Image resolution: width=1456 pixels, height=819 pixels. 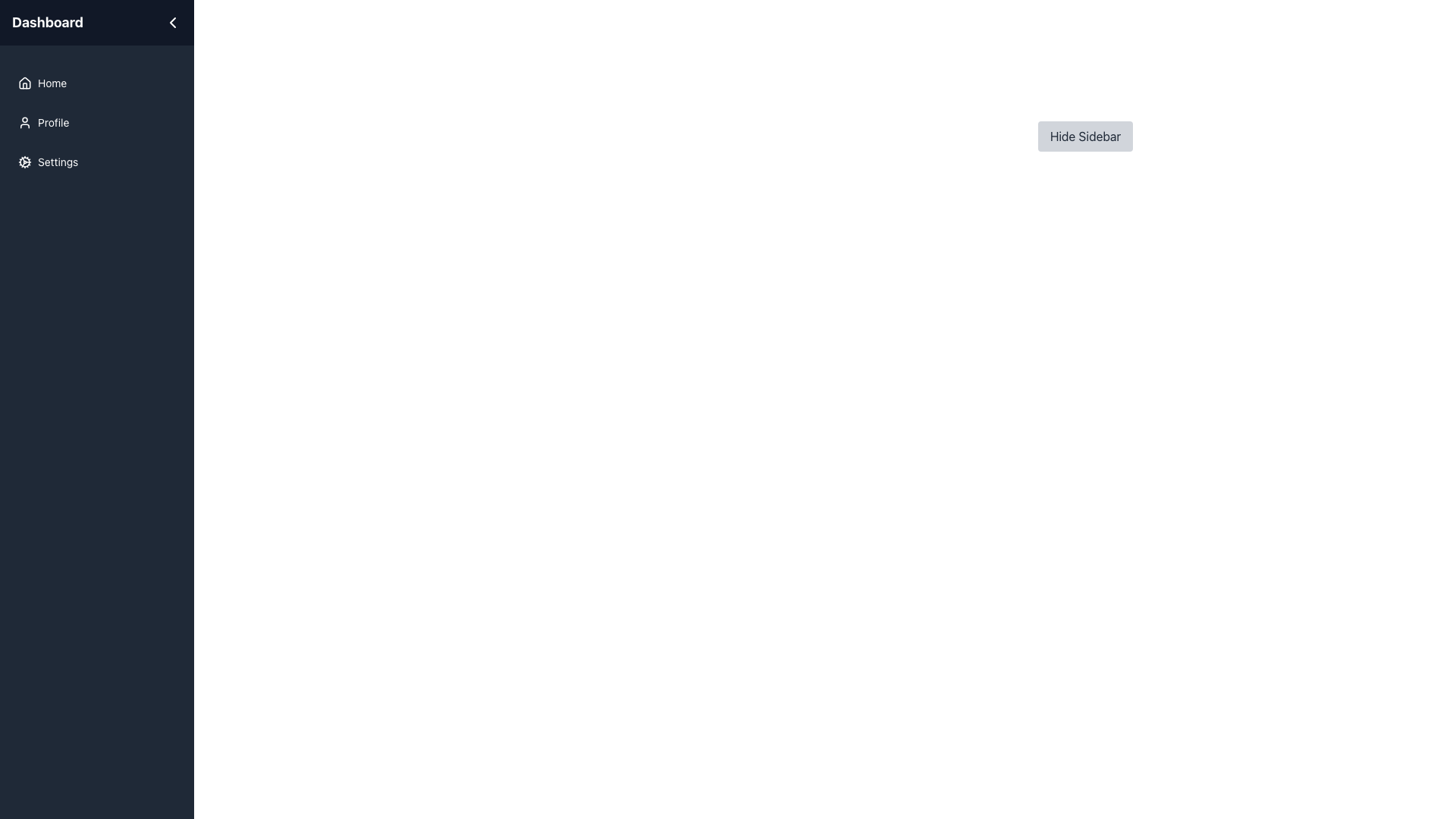 I want to click on the 'Profile' button in the vertical navigation menu, so click(x=96, y=122).